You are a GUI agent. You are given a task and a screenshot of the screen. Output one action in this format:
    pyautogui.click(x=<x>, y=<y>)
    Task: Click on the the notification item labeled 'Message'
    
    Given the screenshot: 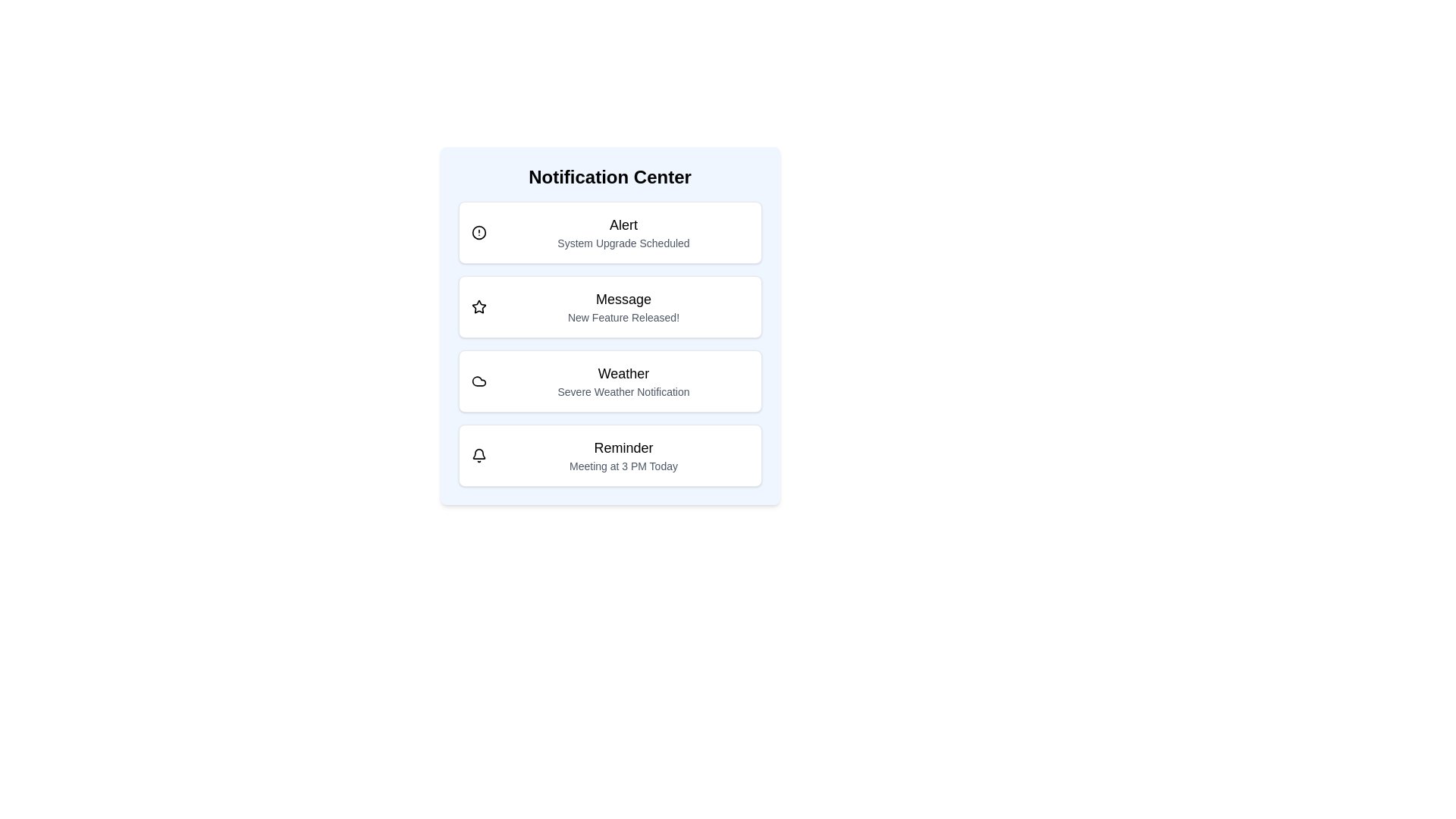 What is the action you would take?
    pyautogui.click(x=610, y=307)
    